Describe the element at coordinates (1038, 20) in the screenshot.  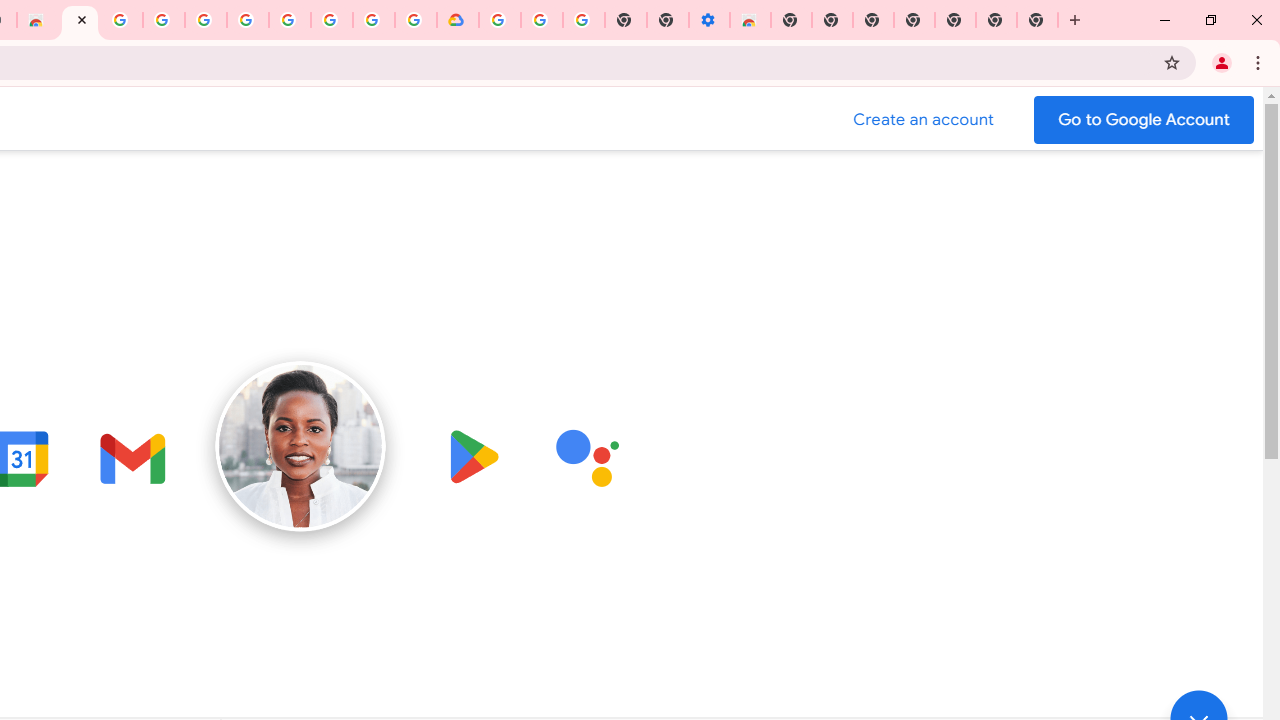
I see `'New Tab'` at that location.